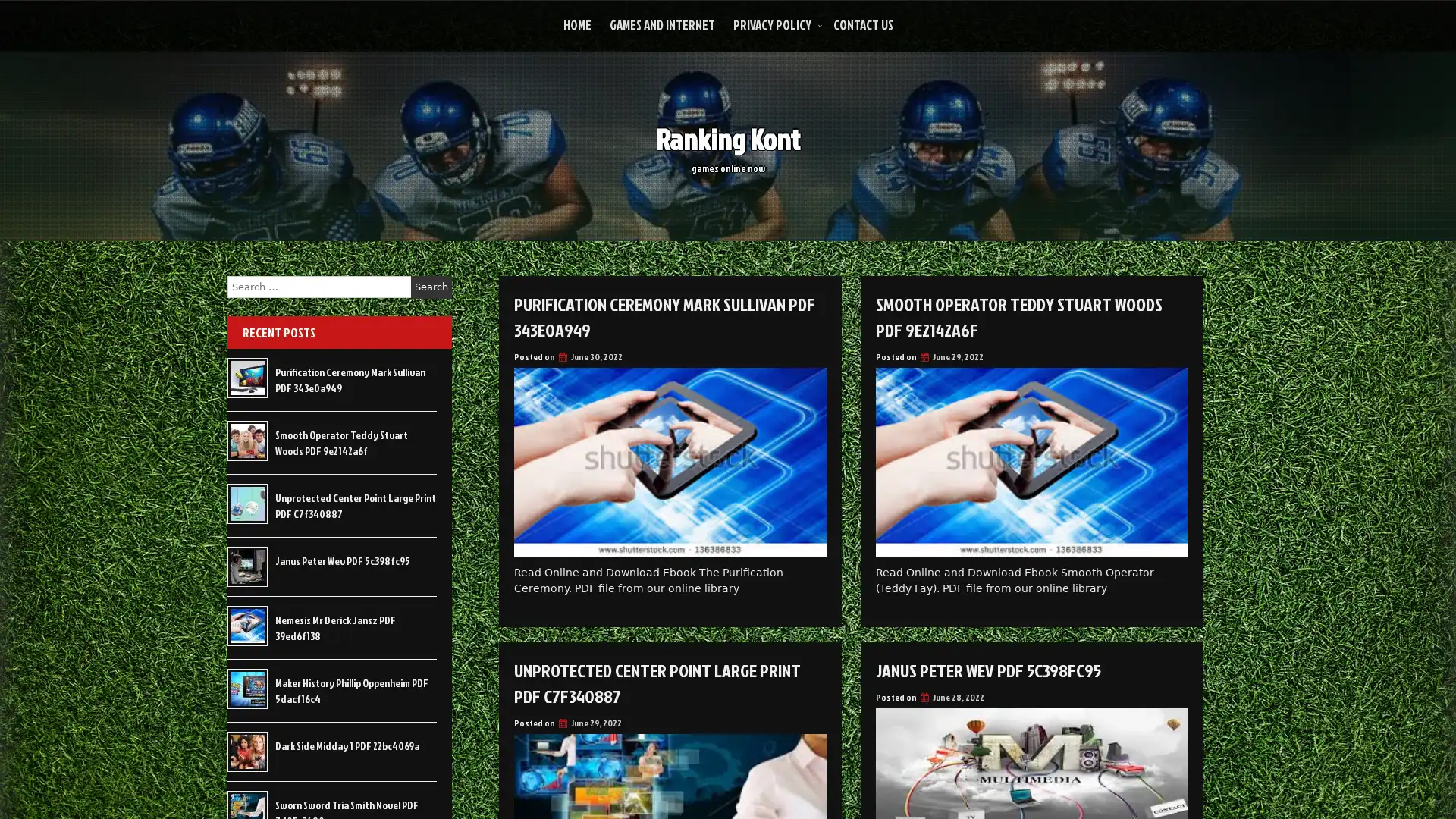 Image resolution: width=1456 pixels, height=819 pixels. What do you see at coordinates (431, 287) in the screenshot?
I see `Search` at bounding box center [431, 287].